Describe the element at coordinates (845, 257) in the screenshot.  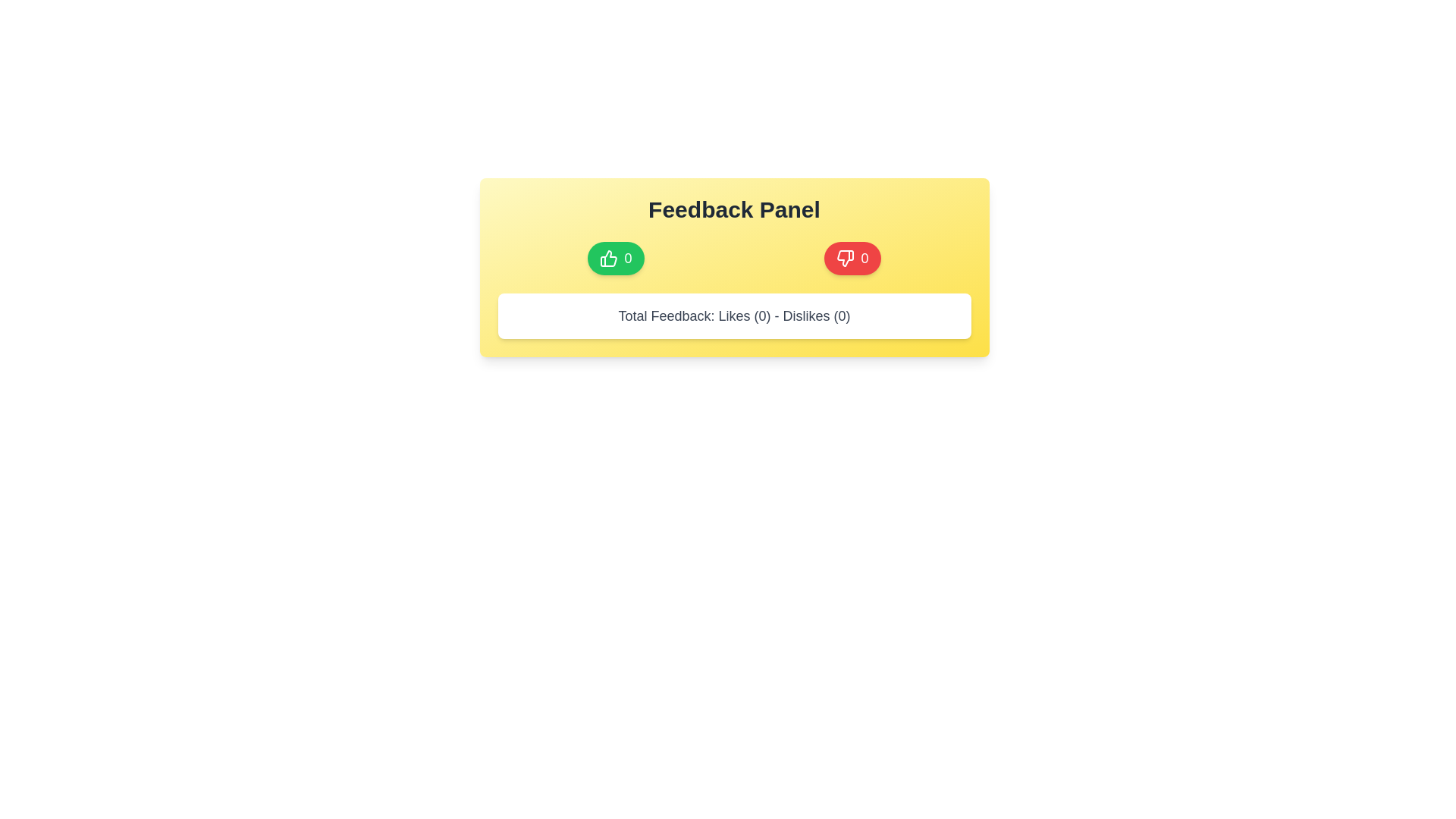
I see `the negative feedback icon button located to the right of the green thumbs-up icon and above the statistic display area` at that location.